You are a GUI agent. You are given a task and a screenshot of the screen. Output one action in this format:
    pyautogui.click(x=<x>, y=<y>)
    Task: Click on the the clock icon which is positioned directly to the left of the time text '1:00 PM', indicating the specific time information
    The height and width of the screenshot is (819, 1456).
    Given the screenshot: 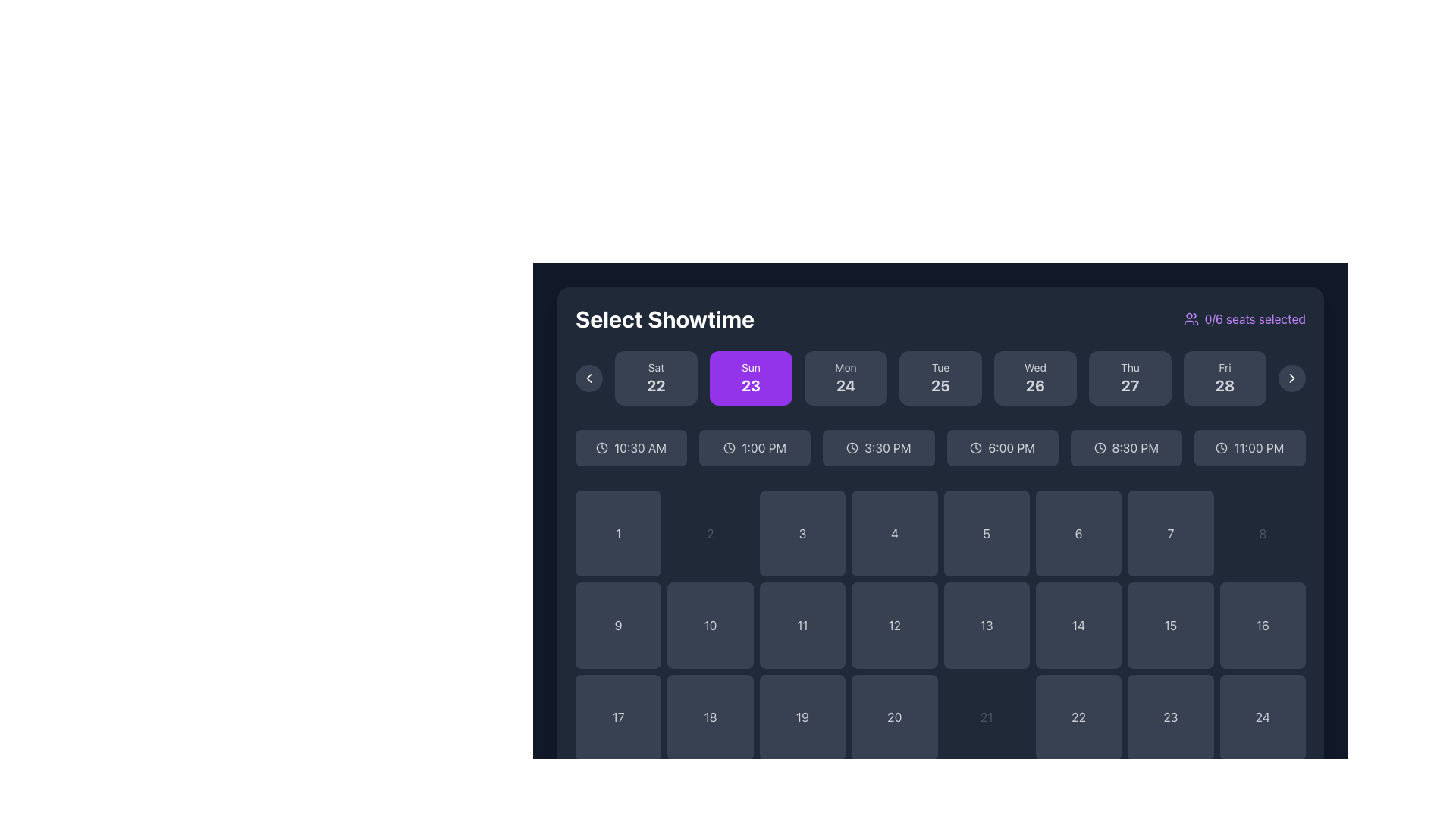 What is the action you would take?
    pyautogui.click(x=730, y=447)
    